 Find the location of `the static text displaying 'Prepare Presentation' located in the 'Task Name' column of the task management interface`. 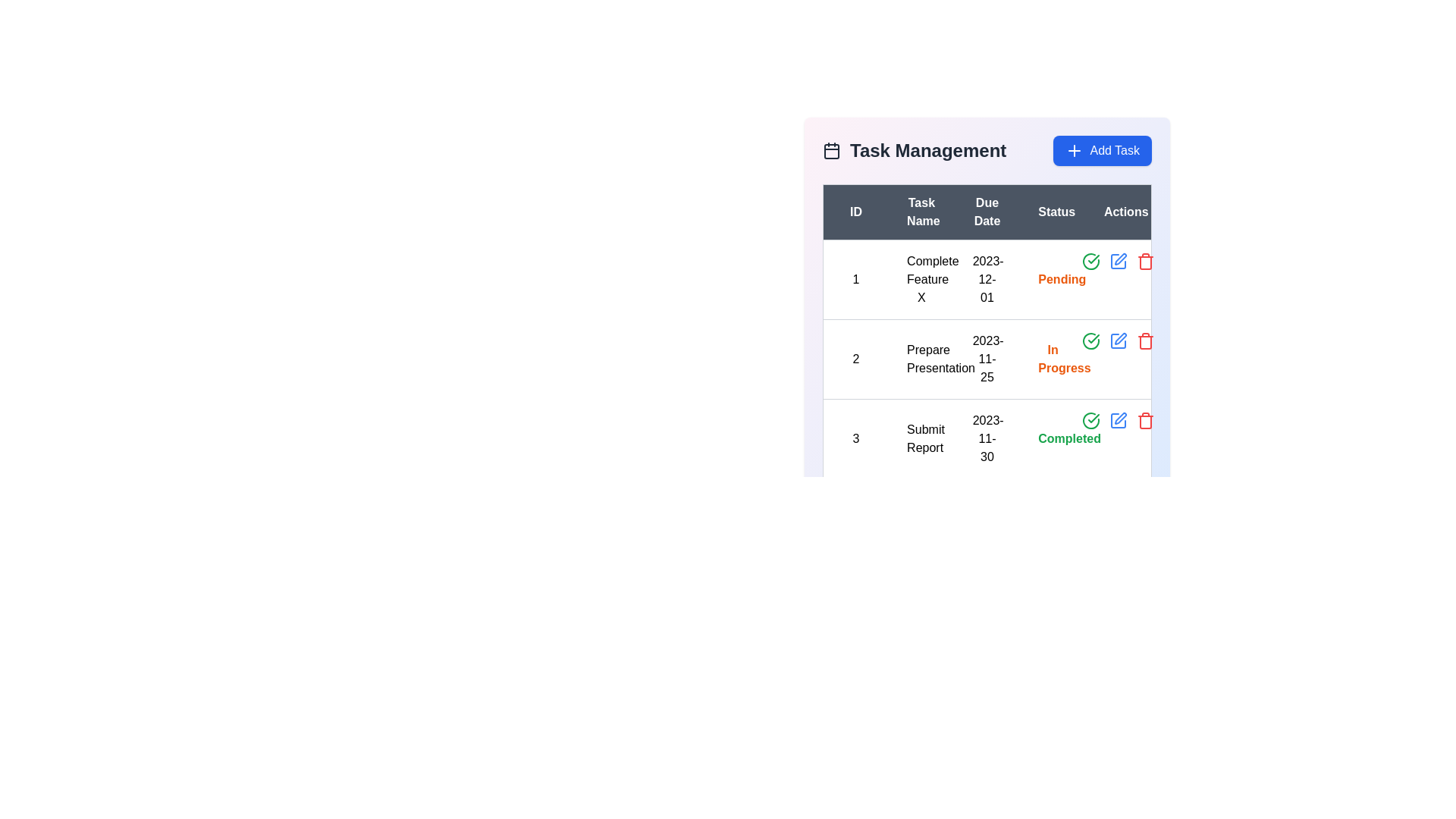

the static text displaying 'Prepare Presentation' located in the 'Task Name' column of the task management interface is located at coordinates (921, 359).